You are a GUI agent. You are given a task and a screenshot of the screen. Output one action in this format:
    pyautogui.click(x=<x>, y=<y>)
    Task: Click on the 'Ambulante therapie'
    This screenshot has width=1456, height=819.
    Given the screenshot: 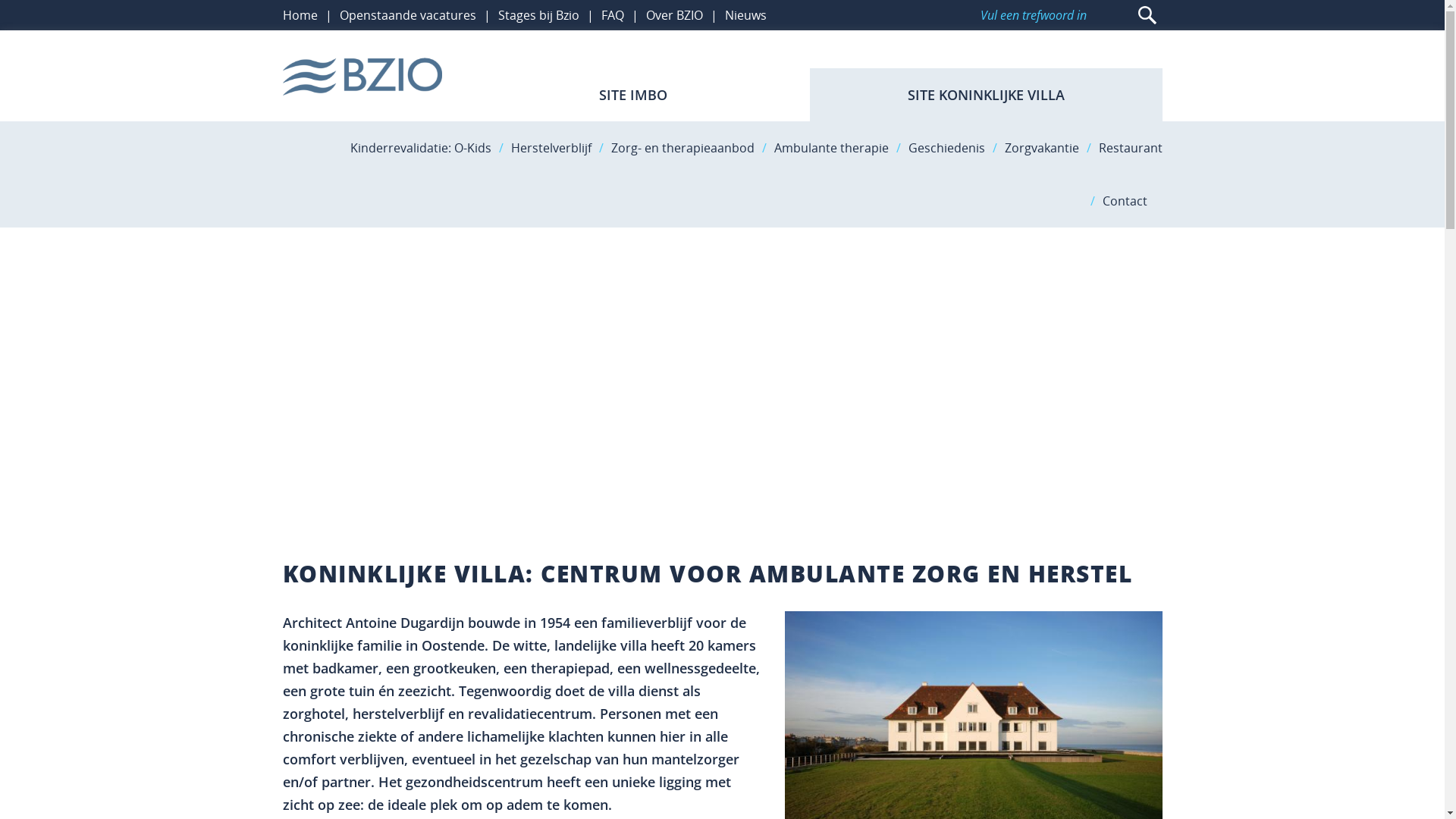 What is the action you would take?
    pyautogui.click(x=830, y=148)
    